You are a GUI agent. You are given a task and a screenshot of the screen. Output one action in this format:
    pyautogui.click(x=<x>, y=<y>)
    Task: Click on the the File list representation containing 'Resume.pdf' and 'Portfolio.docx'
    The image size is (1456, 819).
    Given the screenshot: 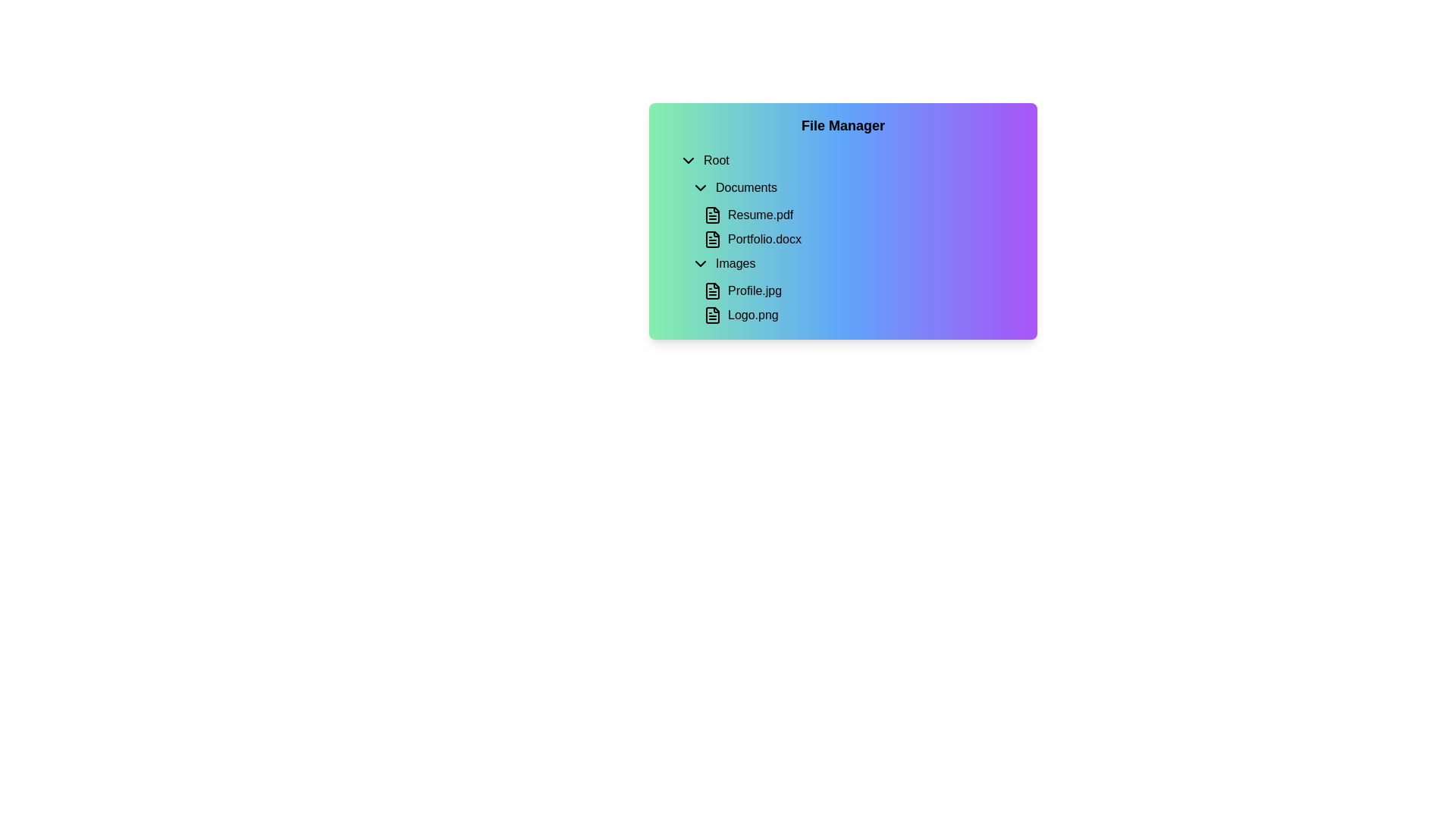 What is the action you would take?
    pyautogui.click(x=855, y=227)
    